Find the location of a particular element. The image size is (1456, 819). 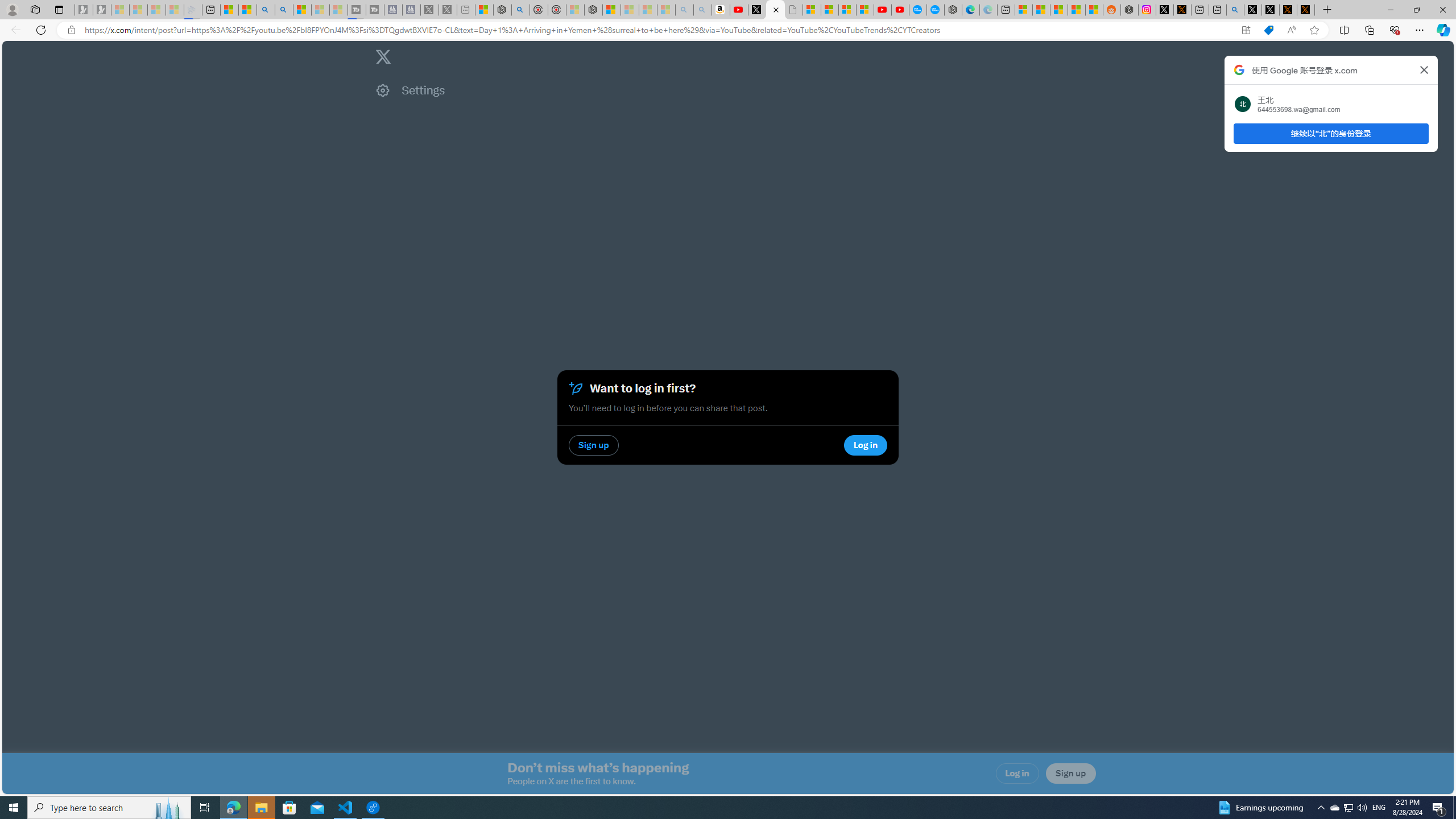

'Browser essentials' is located at coordinates (1394, 29).